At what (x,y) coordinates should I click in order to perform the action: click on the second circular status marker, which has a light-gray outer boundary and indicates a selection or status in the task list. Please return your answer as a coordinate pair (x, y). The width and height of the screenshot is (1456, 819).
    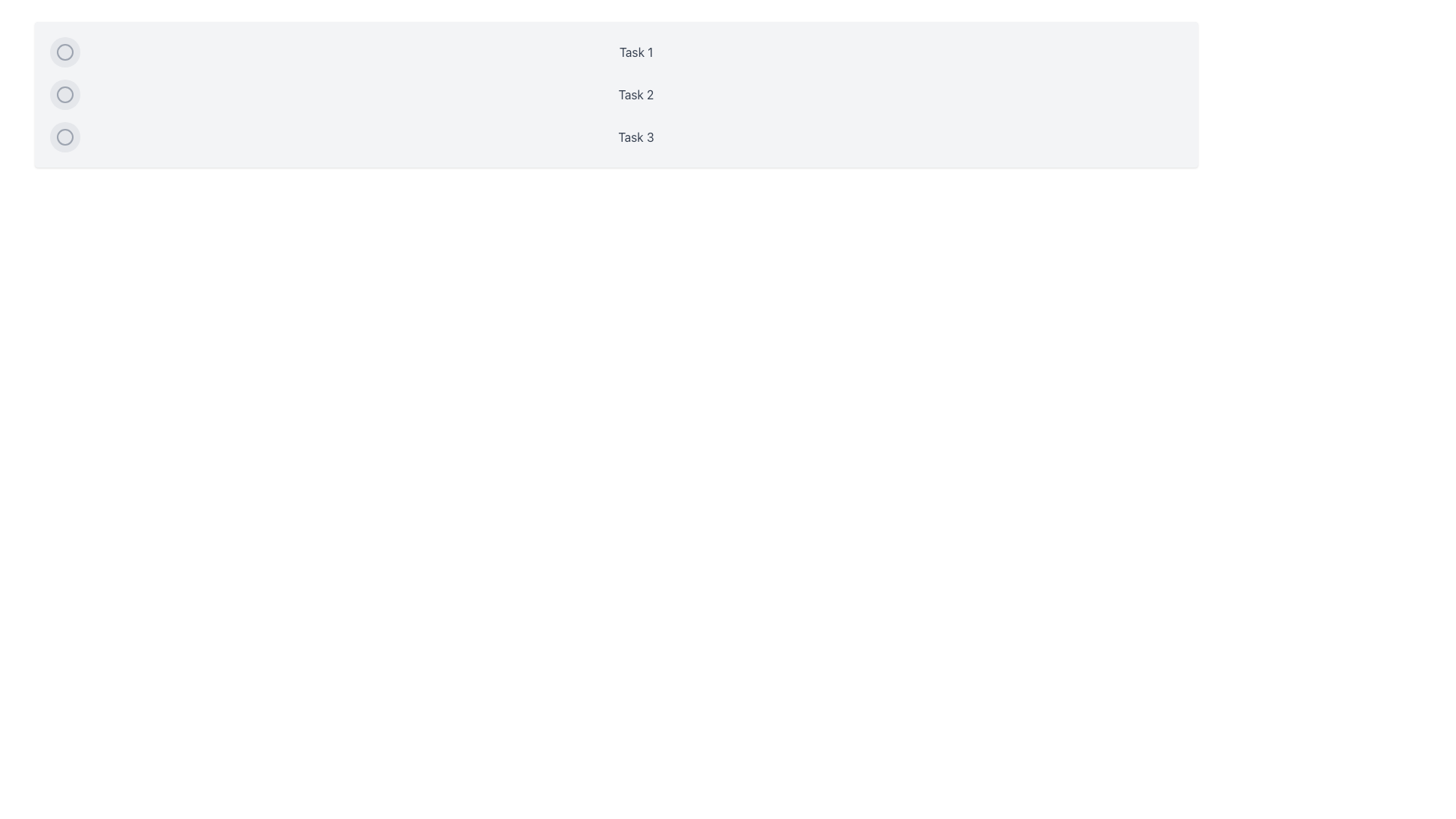
    Looking at the image, I should click on (64, 94).